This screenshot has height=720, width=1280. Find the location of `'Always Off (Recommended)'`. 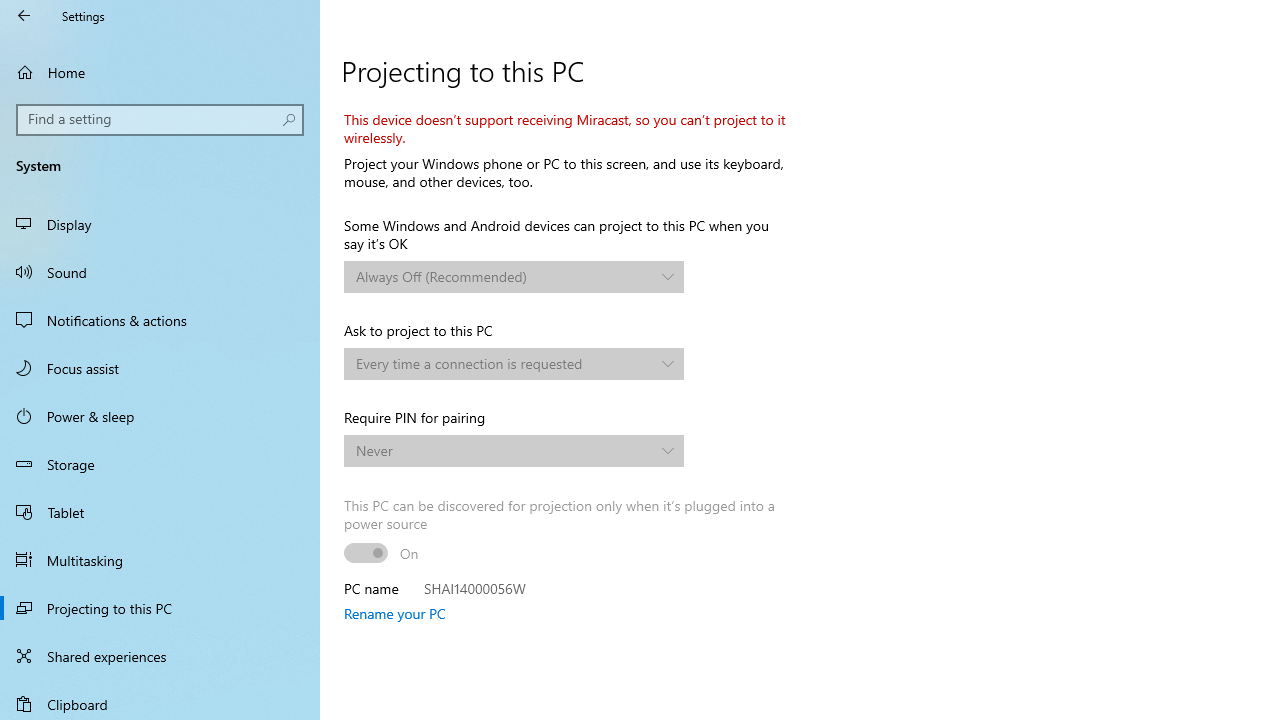

'Always Off (Recommended)' is located at coordinates (503, 276).